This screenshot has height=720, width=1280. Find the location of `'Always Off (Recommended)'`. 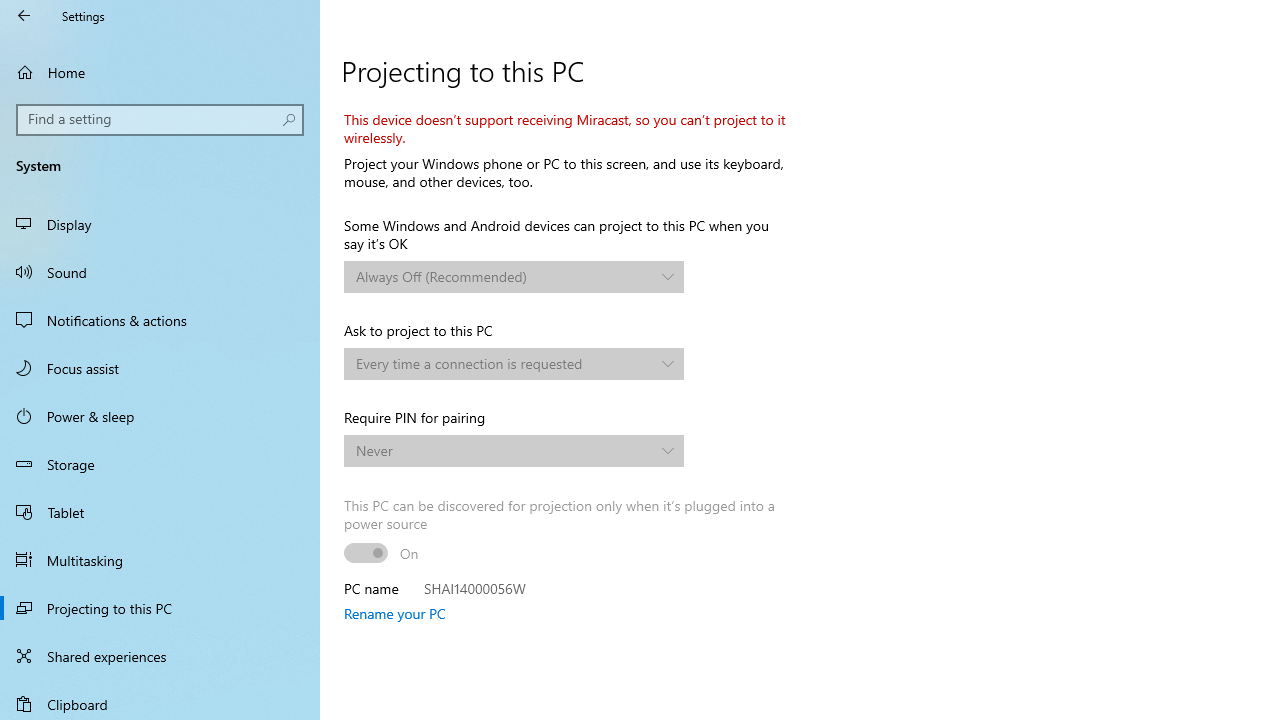

'Always Off (Recommended)' is located at coordinates (503, 276).